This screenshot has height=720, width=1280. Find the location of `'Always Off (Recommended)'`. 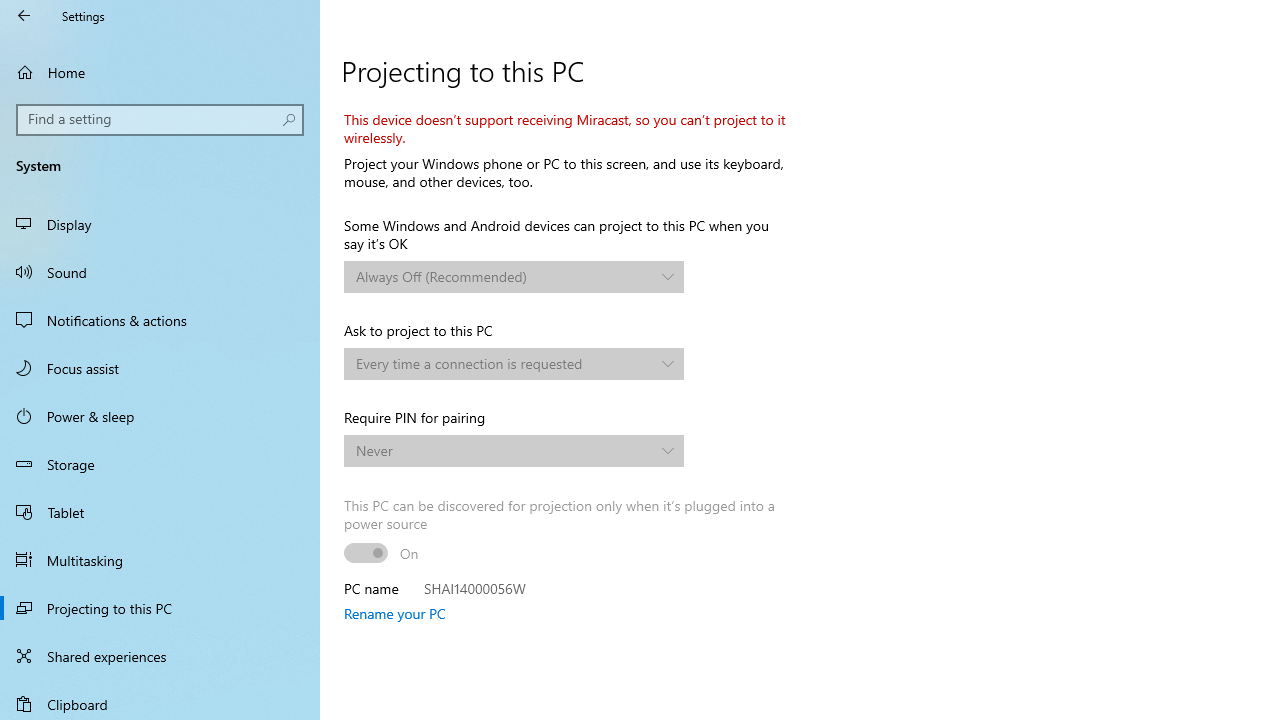

'Always Off (Recommended)' is located at coordinates (503, 276).